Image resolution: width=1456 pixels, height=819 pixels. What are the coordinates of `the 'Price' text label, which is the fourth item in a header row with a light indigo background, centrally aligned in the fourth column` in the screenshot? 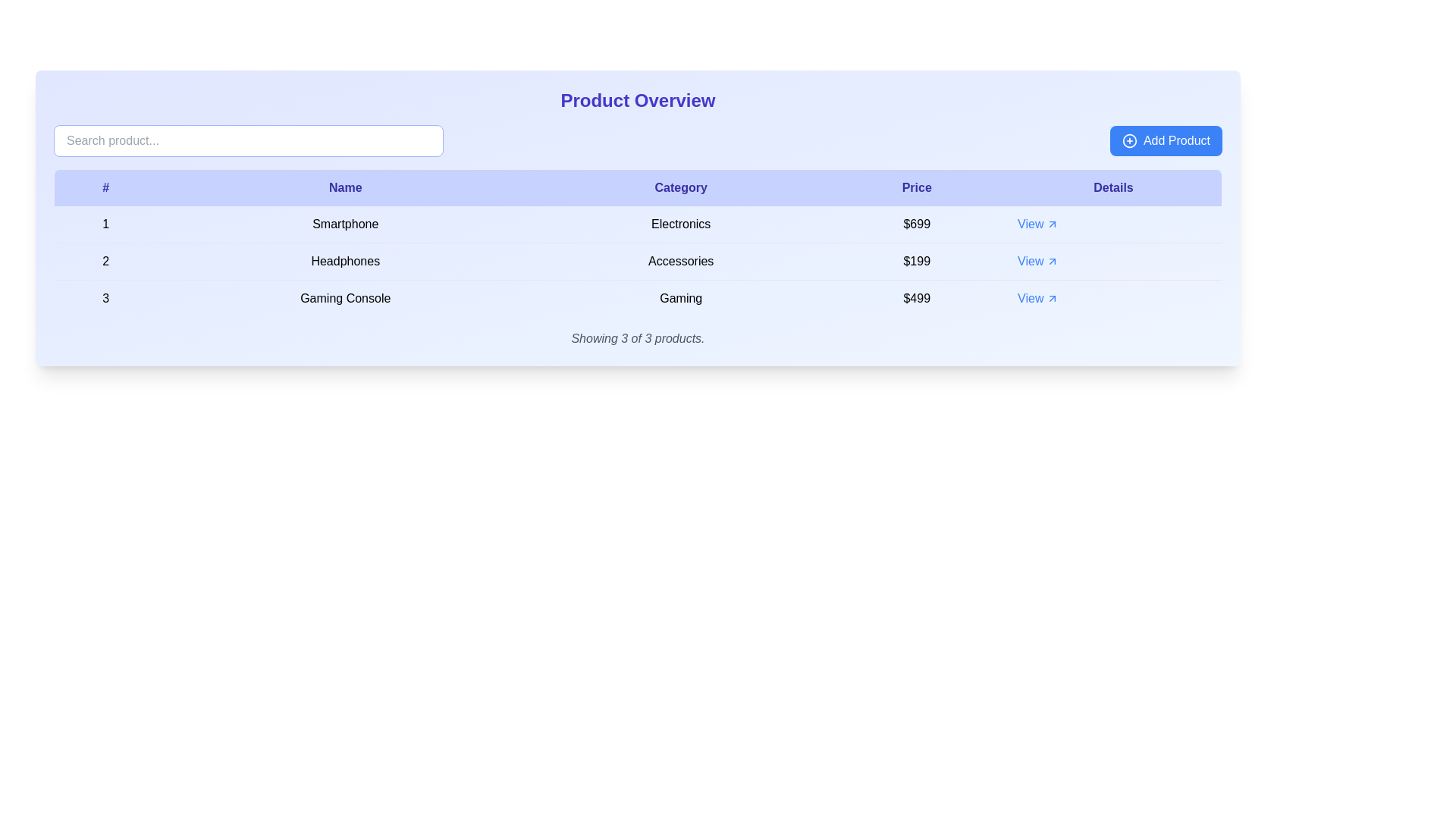 It's located at (916, 187).